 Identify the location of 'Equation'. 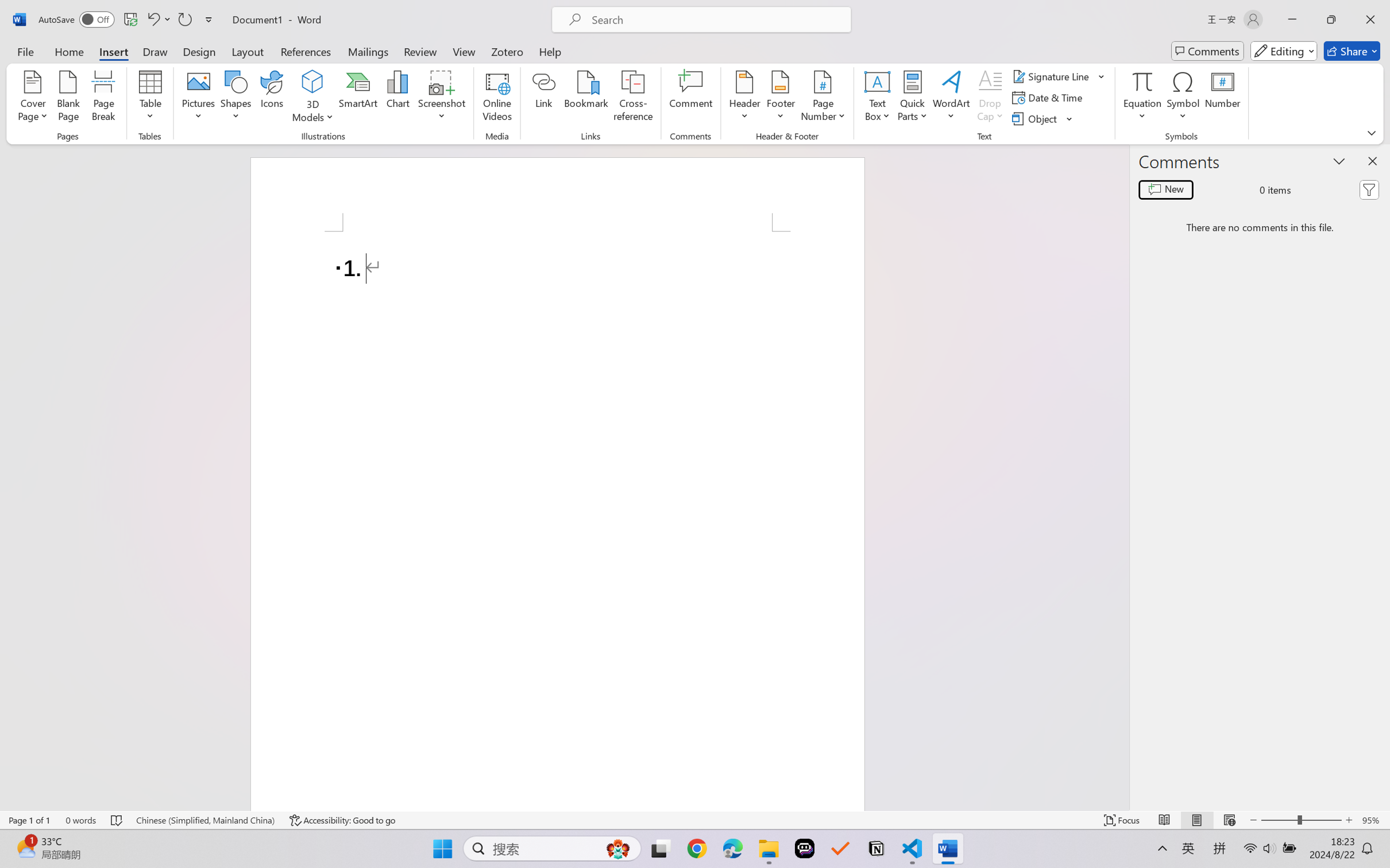
(1142, 81).